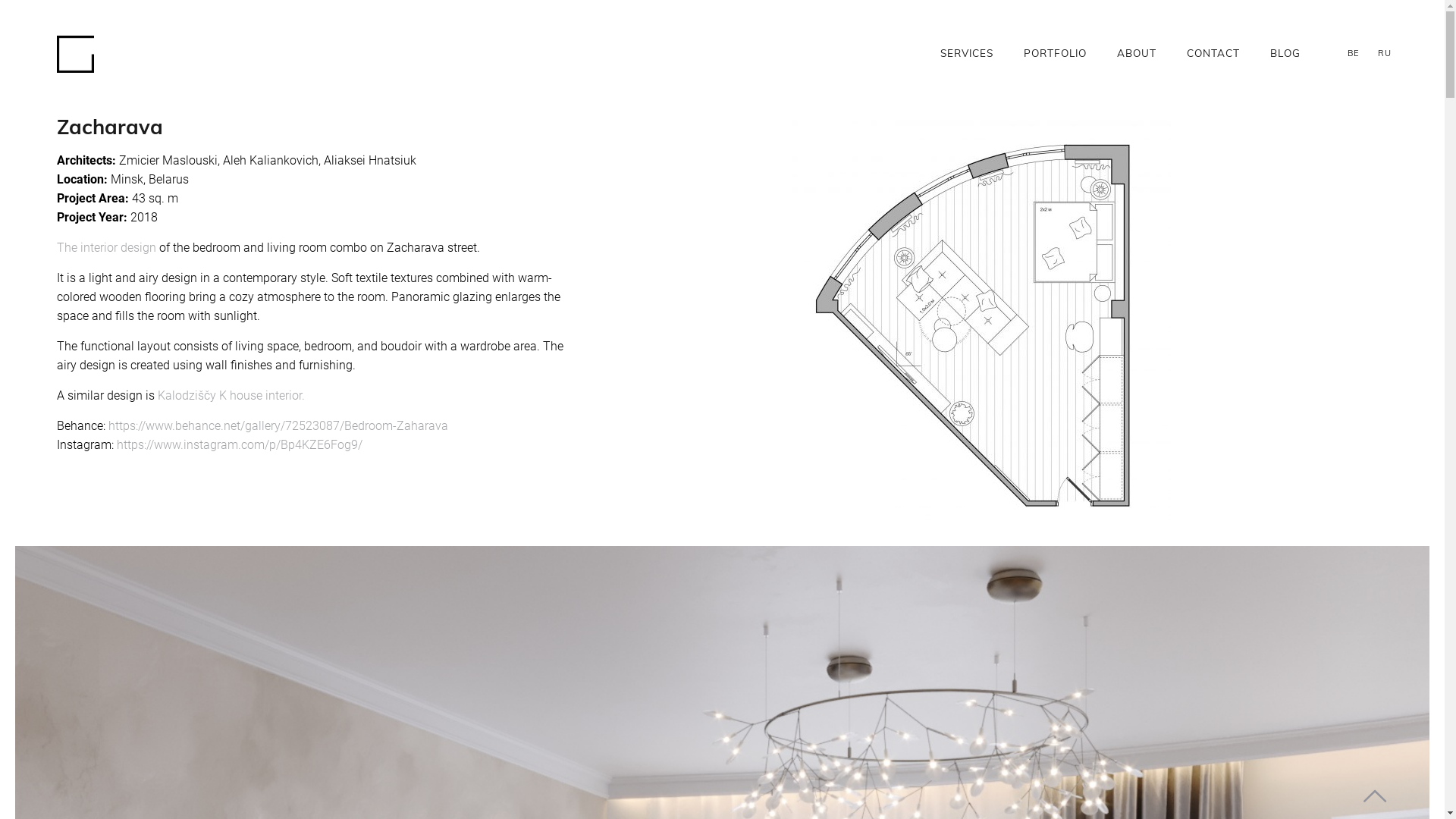 Image resolution: width=1456 pixels, height=819 pixels. What do you see at coordinates (1383, 52) in the screenshot?
I see `'RU'` at bounding box center [1383, 52].